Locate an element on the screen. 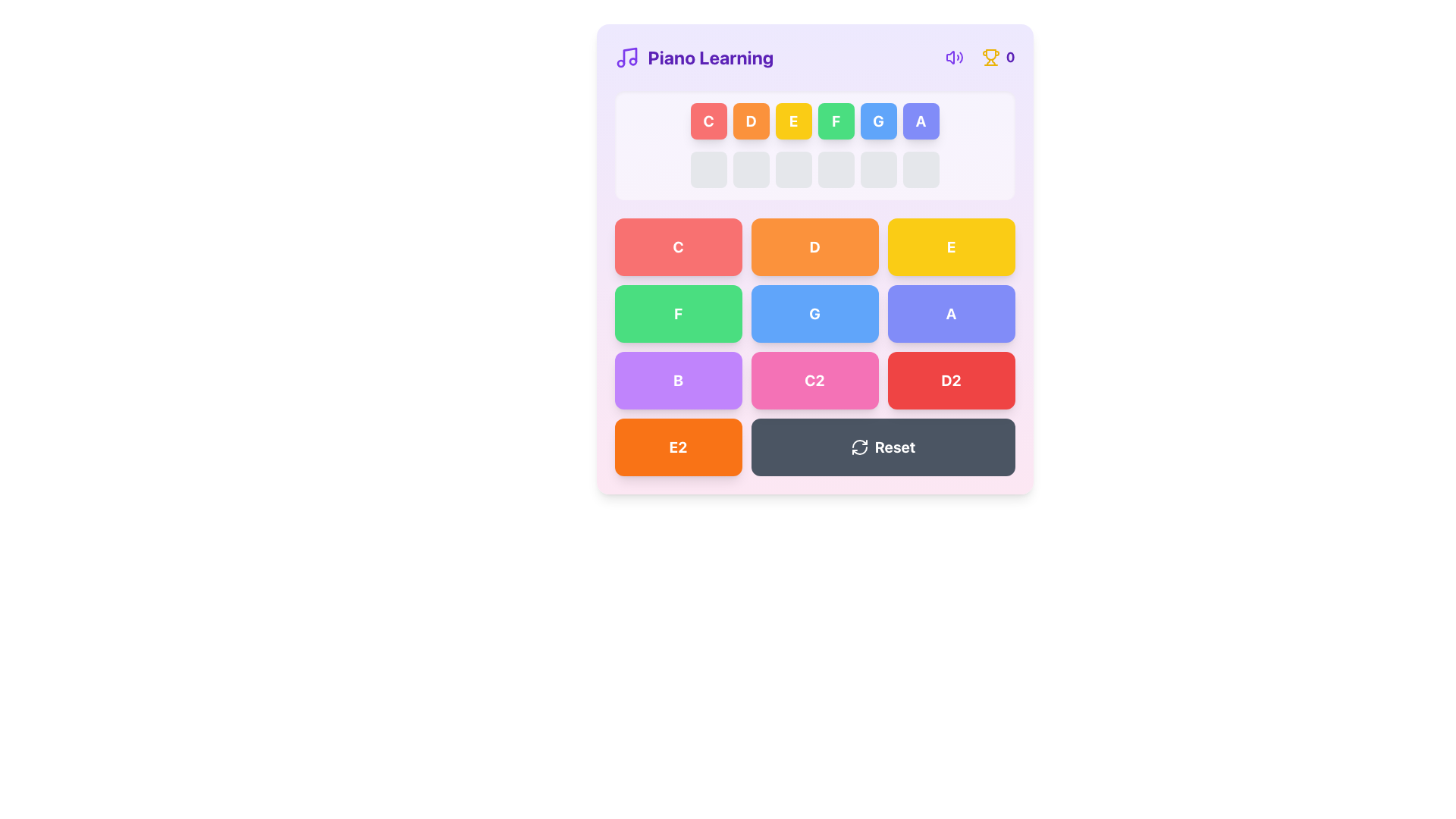  the horizontal button group located below the 'Piano Learning' header is located at coordinates (814, 146).